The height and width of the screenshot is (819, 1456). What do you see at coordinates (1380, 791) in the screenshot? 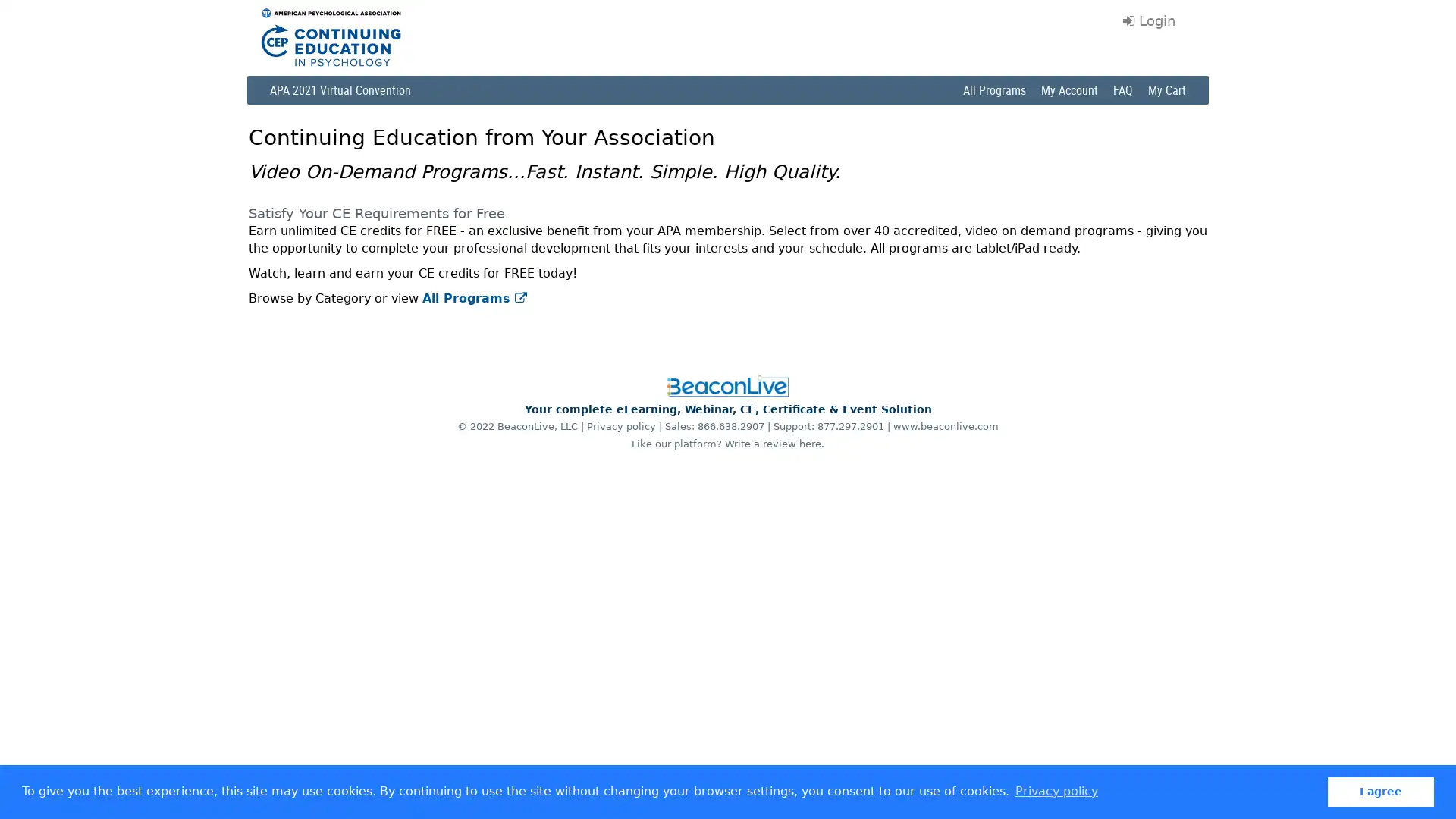
I see `dismiss cookie message` at bounding box center [1380, 791].